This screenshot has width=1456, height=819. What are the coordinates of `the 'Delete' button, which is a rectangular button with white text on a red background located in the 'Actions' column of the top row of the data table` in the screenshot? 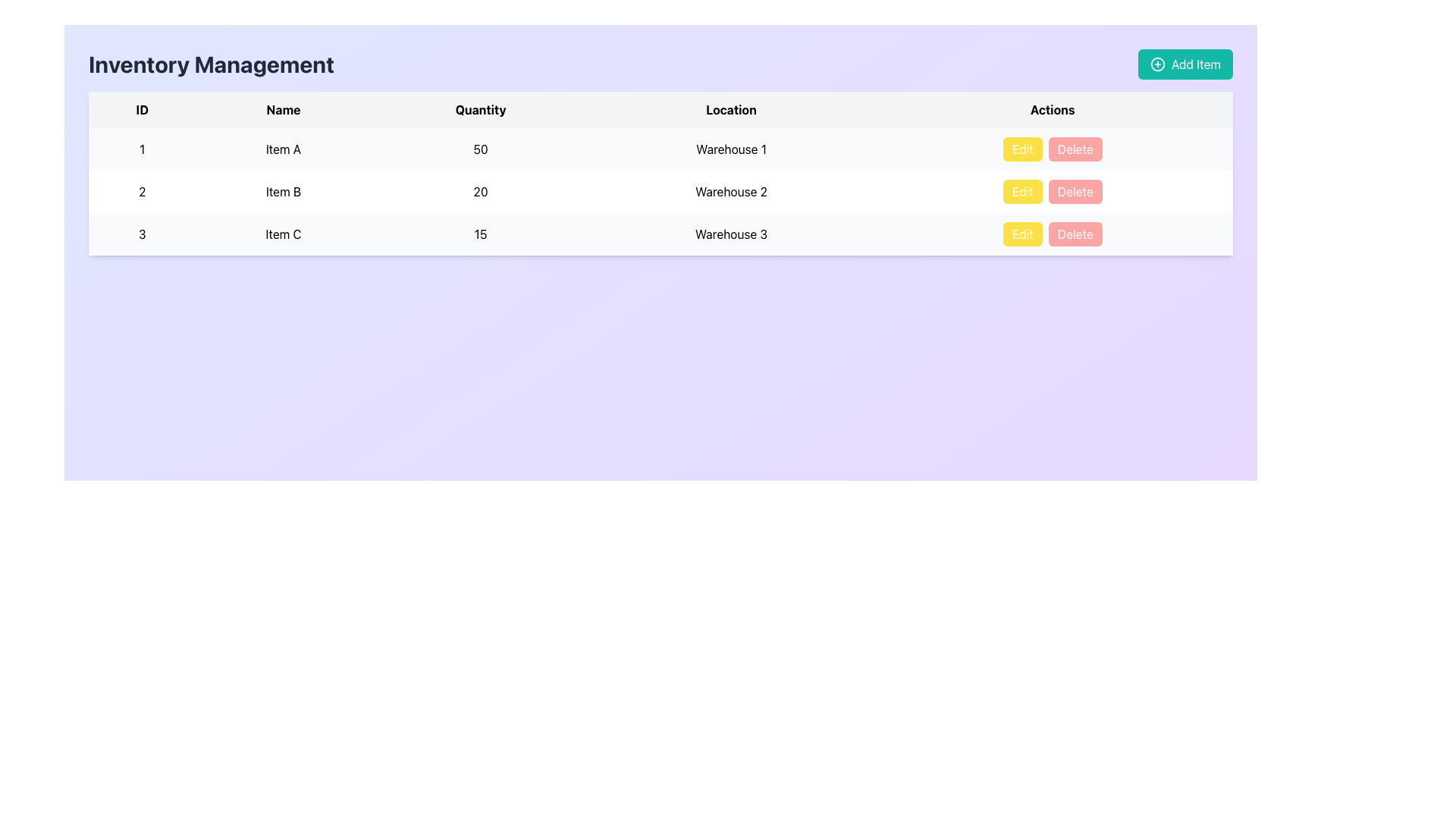 It's located at (1075, 149).